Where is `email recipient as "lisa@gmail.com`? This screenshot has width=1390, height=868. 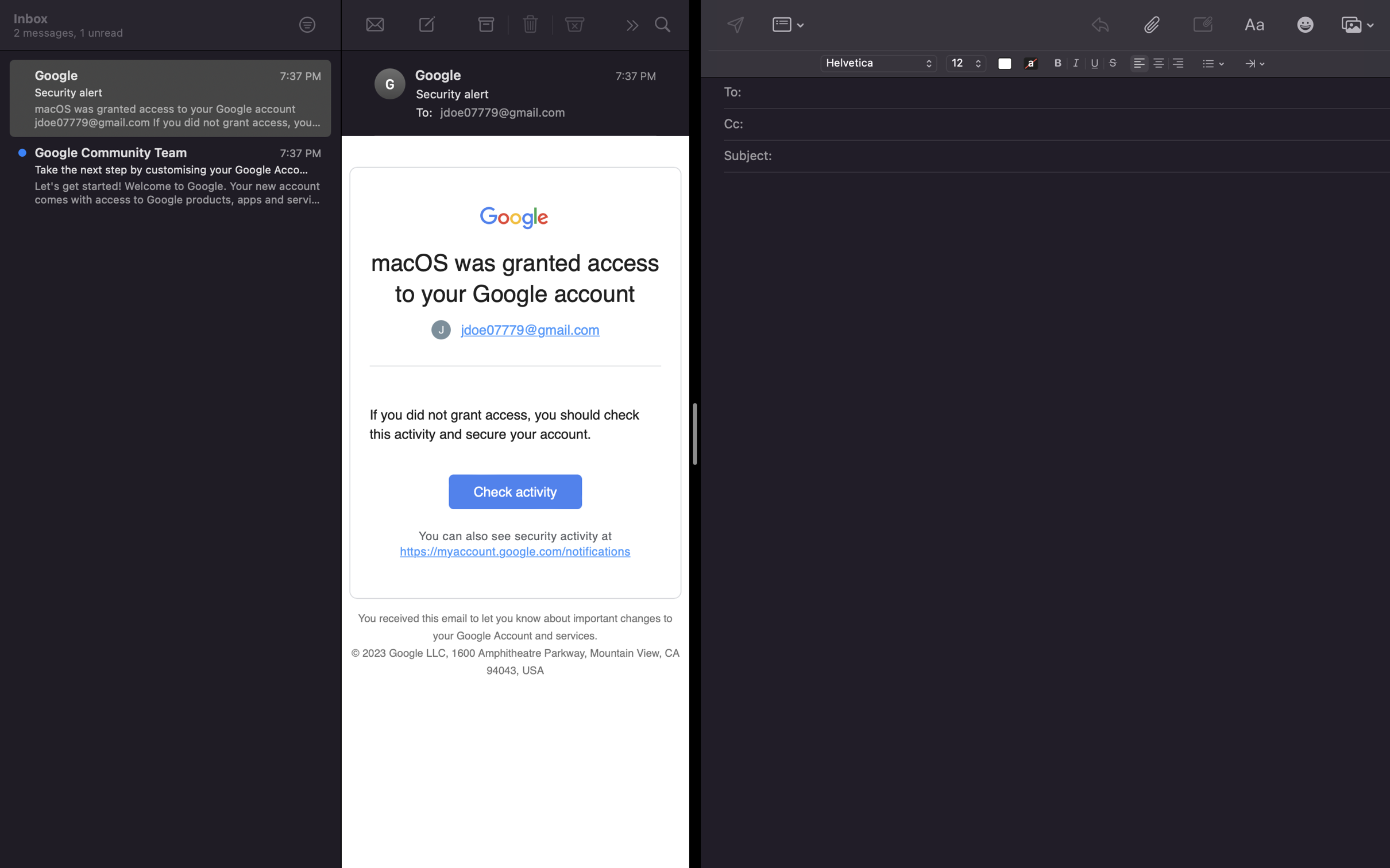 email recipient as "lisa@gmail.com is located at coordinates (1065, 93).